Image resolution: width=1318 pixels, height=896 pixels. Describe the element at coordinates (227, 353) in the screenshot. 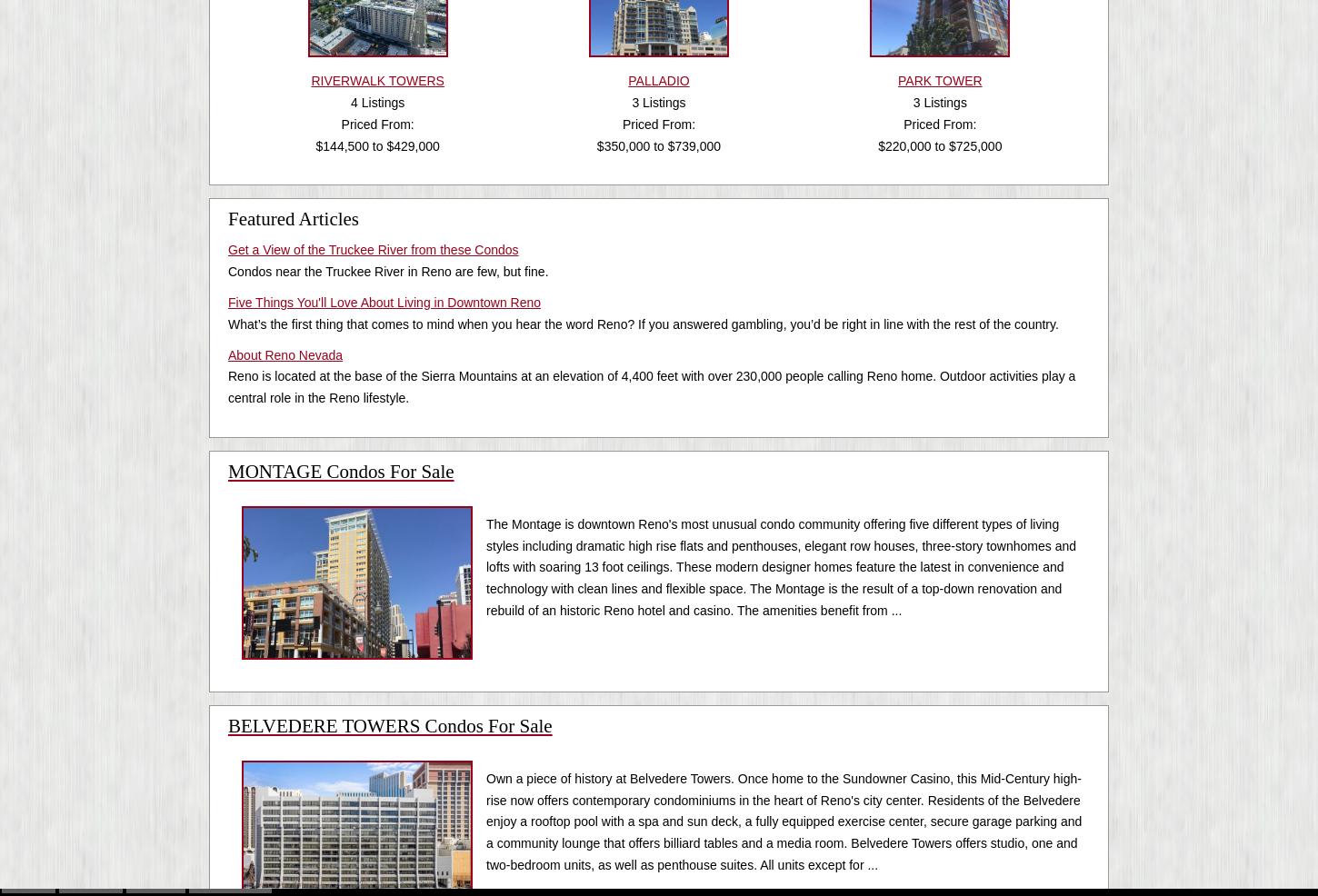

I see `'About Reno Nevada'` at that location.